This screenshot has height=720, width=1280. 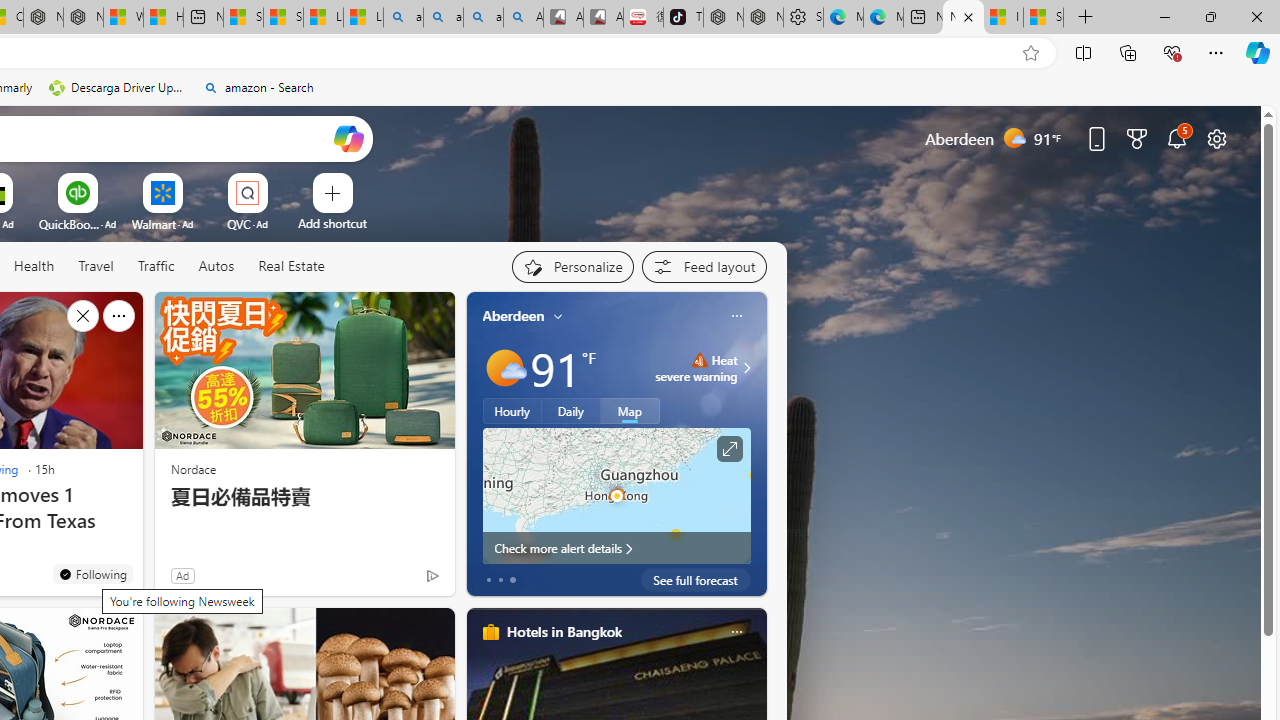 I want to click on 'Heat - Severe Heat severe warning', so click(x=696, y=367).